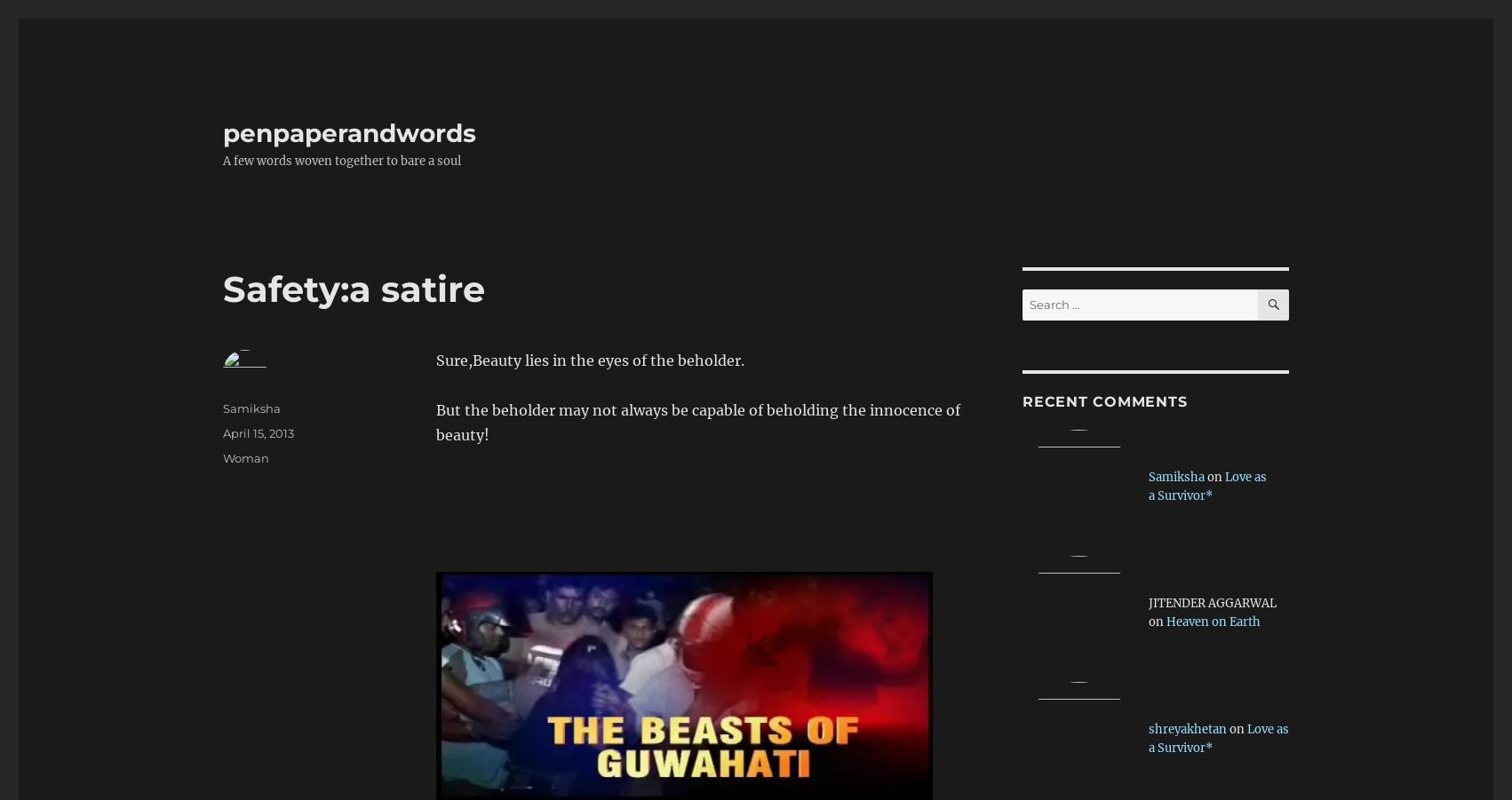 The image size is (1512, 800). What do you see at coordinates (259, 432) in the screenshot?
I see `'April 15, 2013'` at bounding box center [259, 432].